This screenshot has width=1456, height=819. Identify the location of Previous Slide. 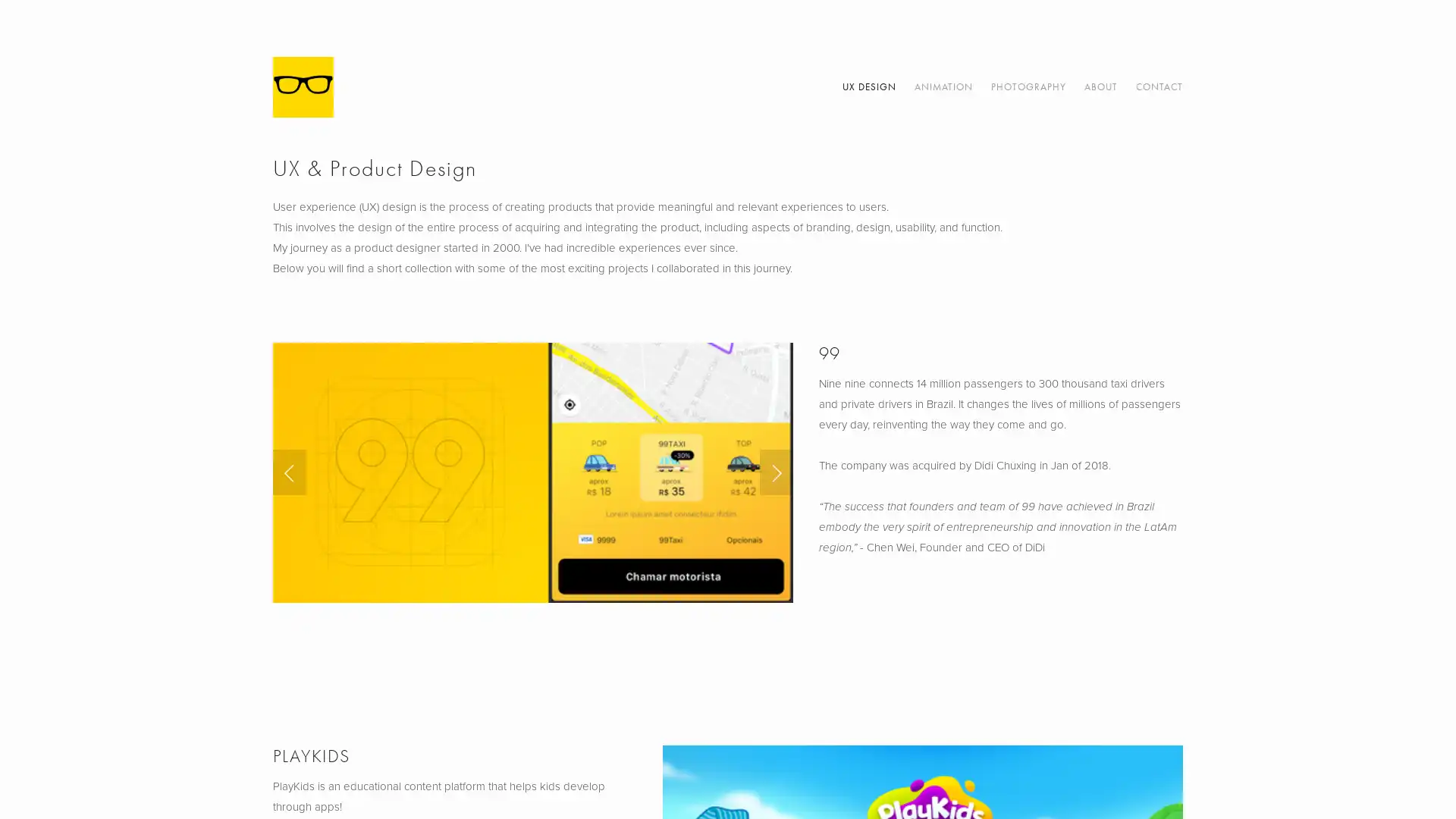
(290, 472).